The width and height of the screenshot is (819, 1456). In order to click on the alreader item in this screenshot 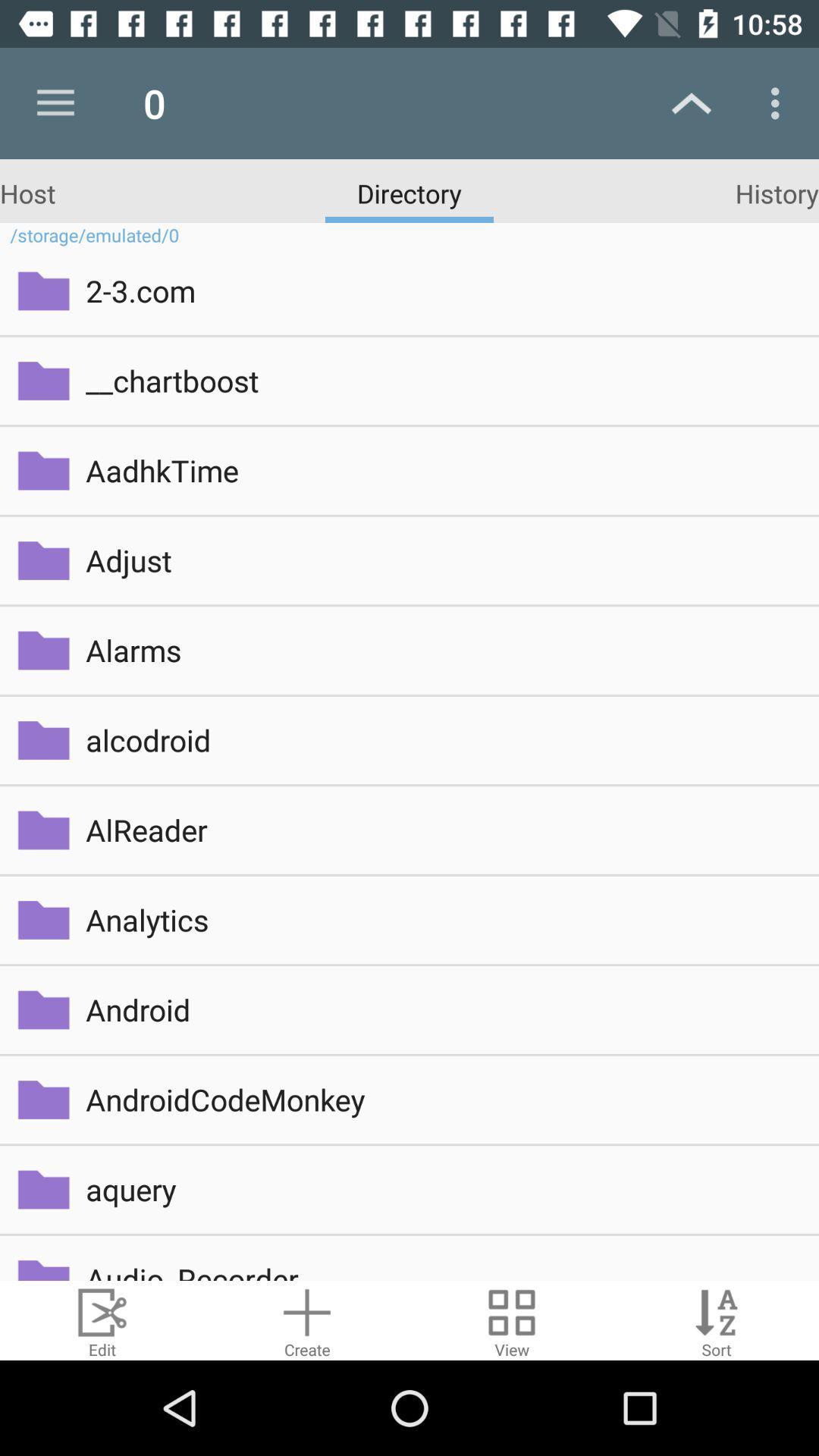, I will do `click(441, 829)`.